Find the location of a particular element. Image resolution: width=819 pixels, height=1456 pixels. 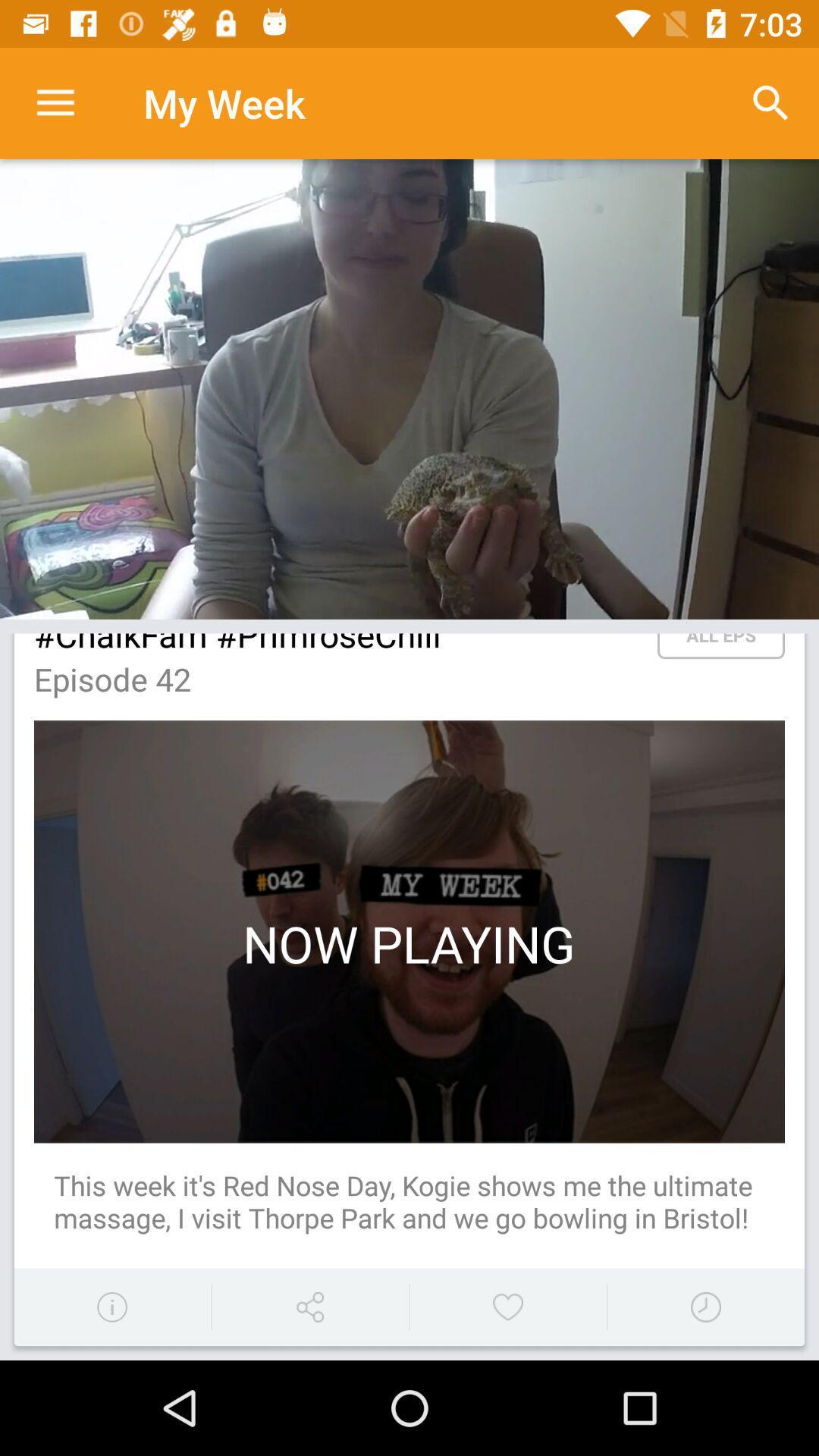

the image below the episode 42 is located at coordinates (409, 930).